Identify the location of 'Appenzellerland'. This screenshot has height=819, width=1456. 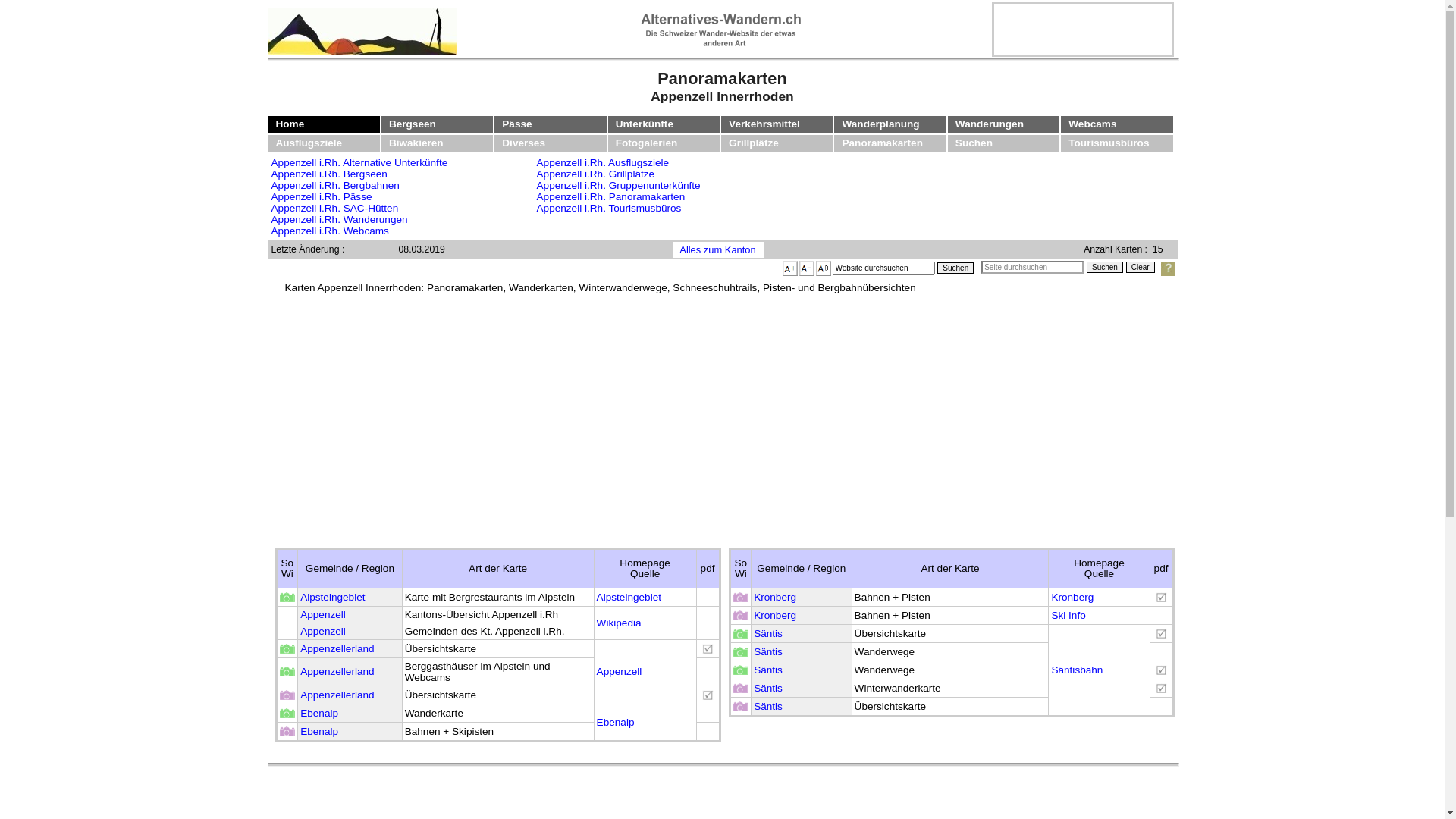
(300, 695).